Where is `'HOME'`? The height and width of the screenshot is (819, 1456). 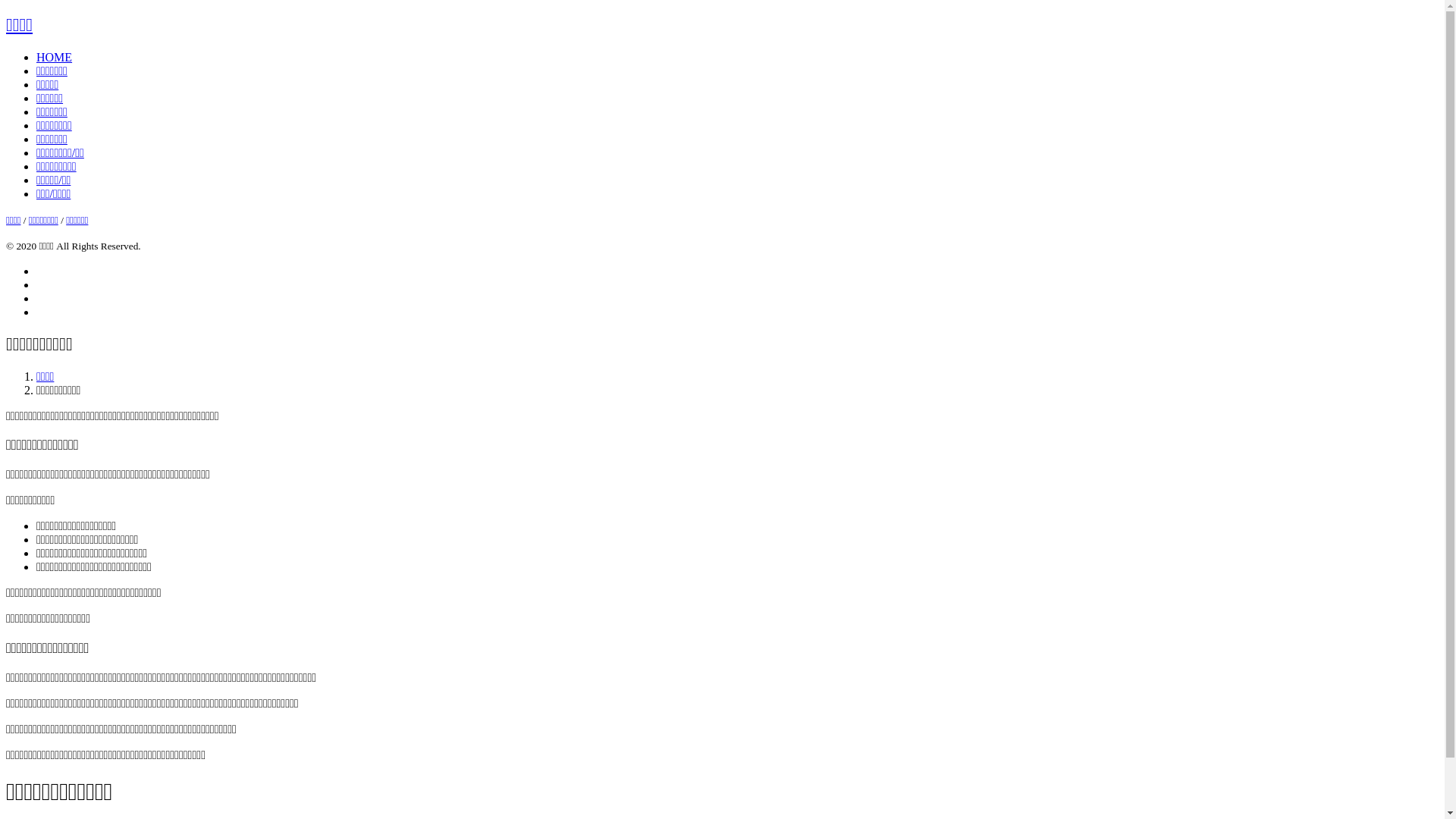
'HOME' is located at coordinates (54, 56).